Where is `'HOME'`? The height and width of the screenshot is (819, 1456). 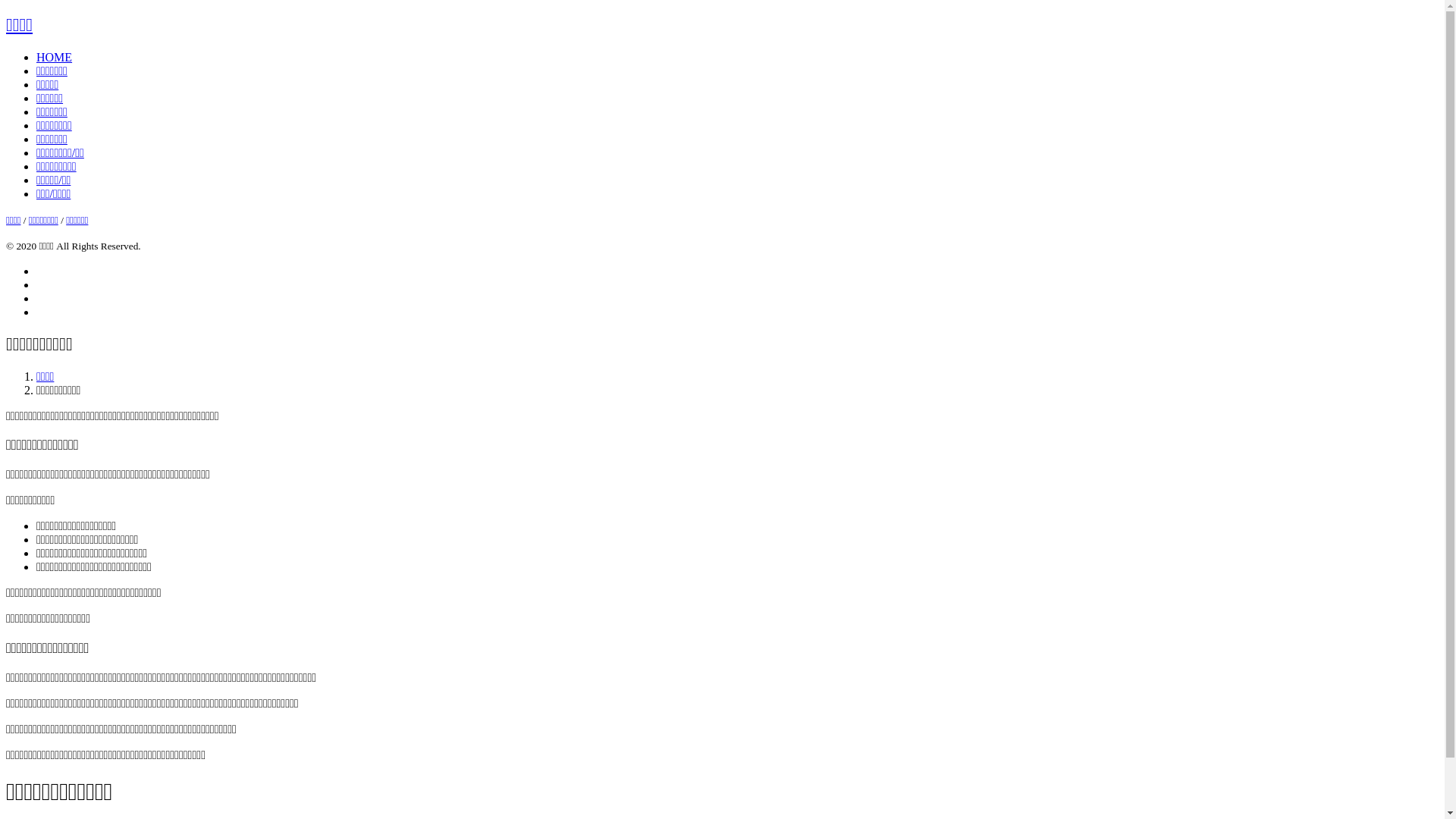
'HOME' is located at coordinates (54, 56).